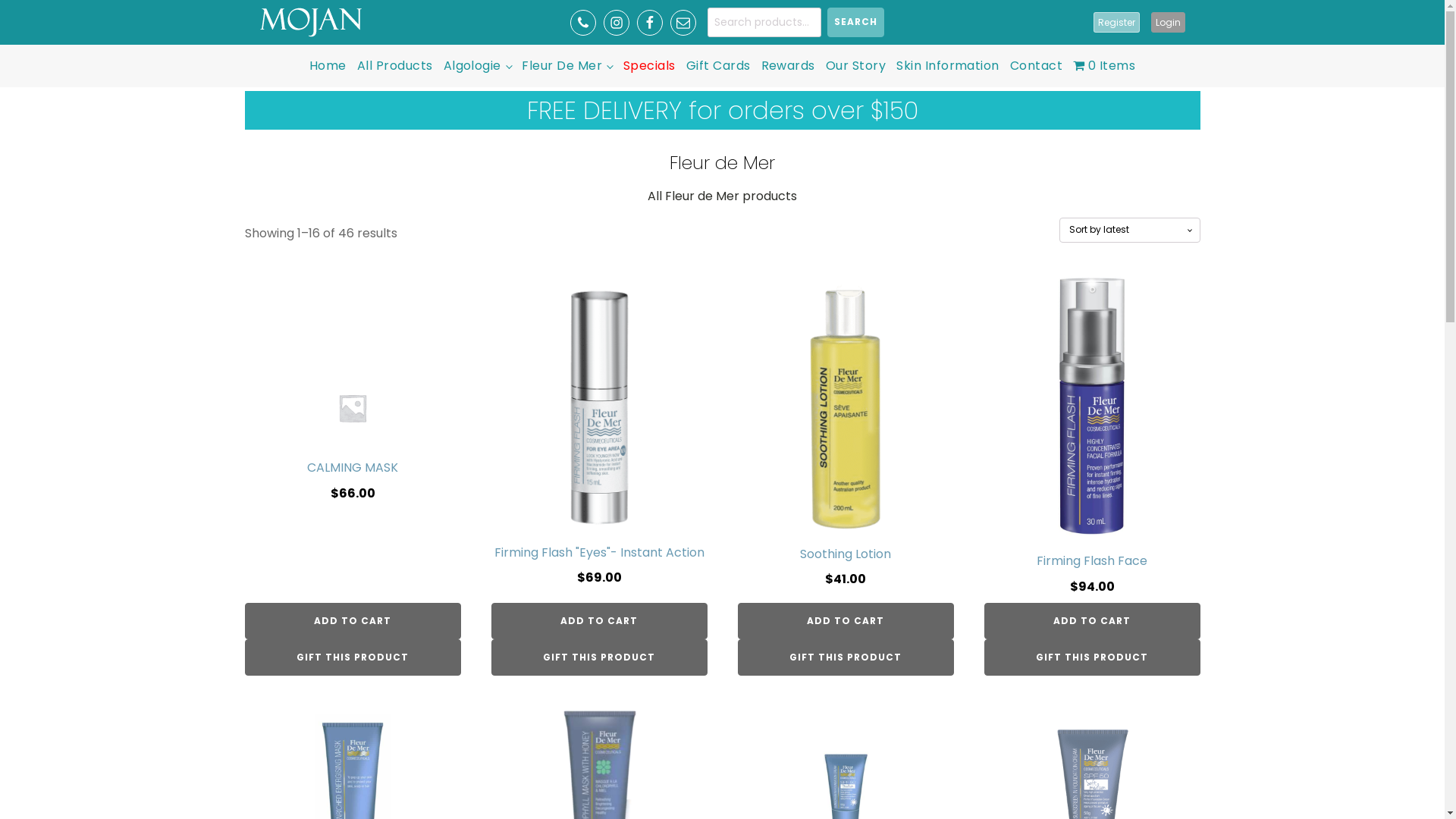  Describe the element at coordinates (1167, 22) in the screenshot. I see `'Login'` at that location.